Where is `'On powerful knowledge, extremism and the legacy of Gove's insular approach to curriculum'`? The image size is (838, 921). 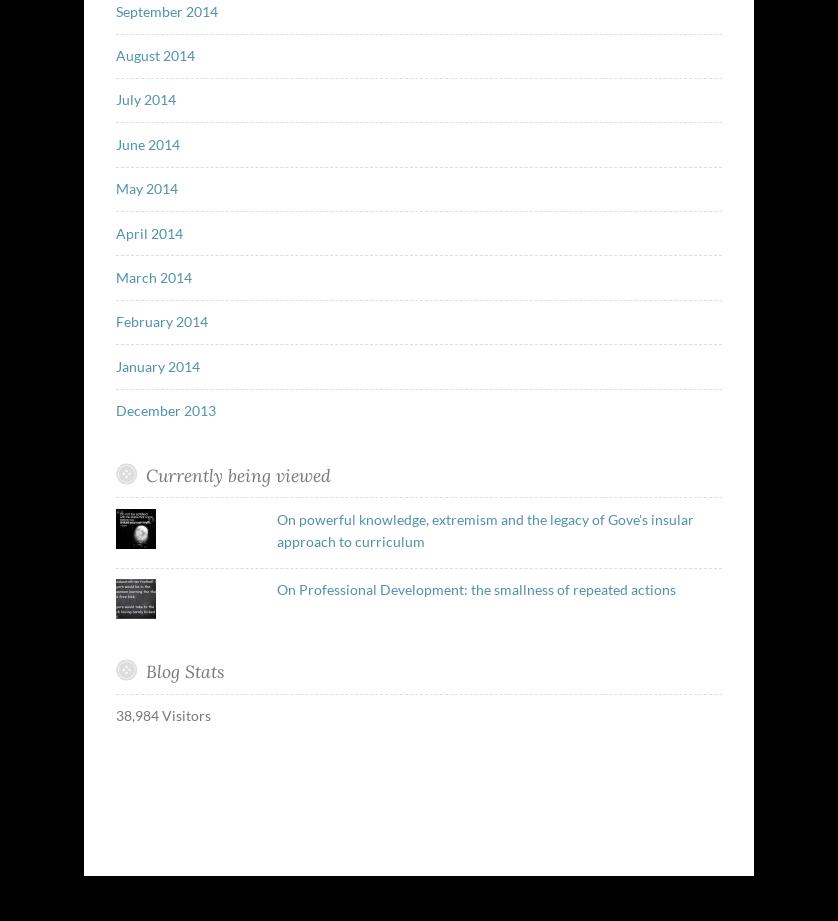
'On powerful knowledge, extremism and the legacy of Gove's insular approach to curriculum' is located at coordinates (275, 529).